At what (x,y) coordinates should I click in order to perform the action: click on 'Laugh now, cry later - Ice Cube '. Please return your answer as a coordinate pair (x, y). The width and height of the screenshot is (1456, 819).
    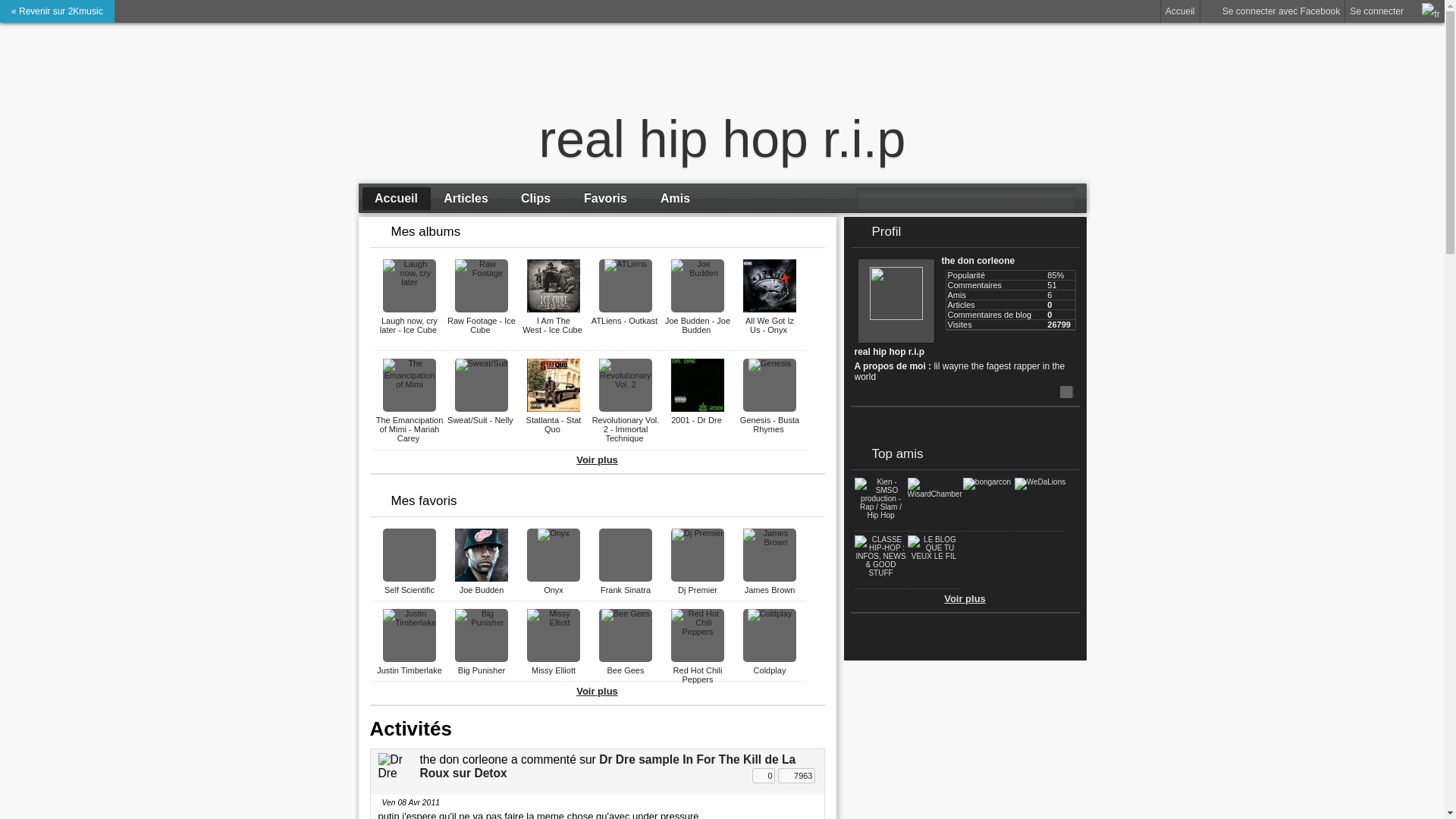
    Looking at the image, I should click on (409, 324).